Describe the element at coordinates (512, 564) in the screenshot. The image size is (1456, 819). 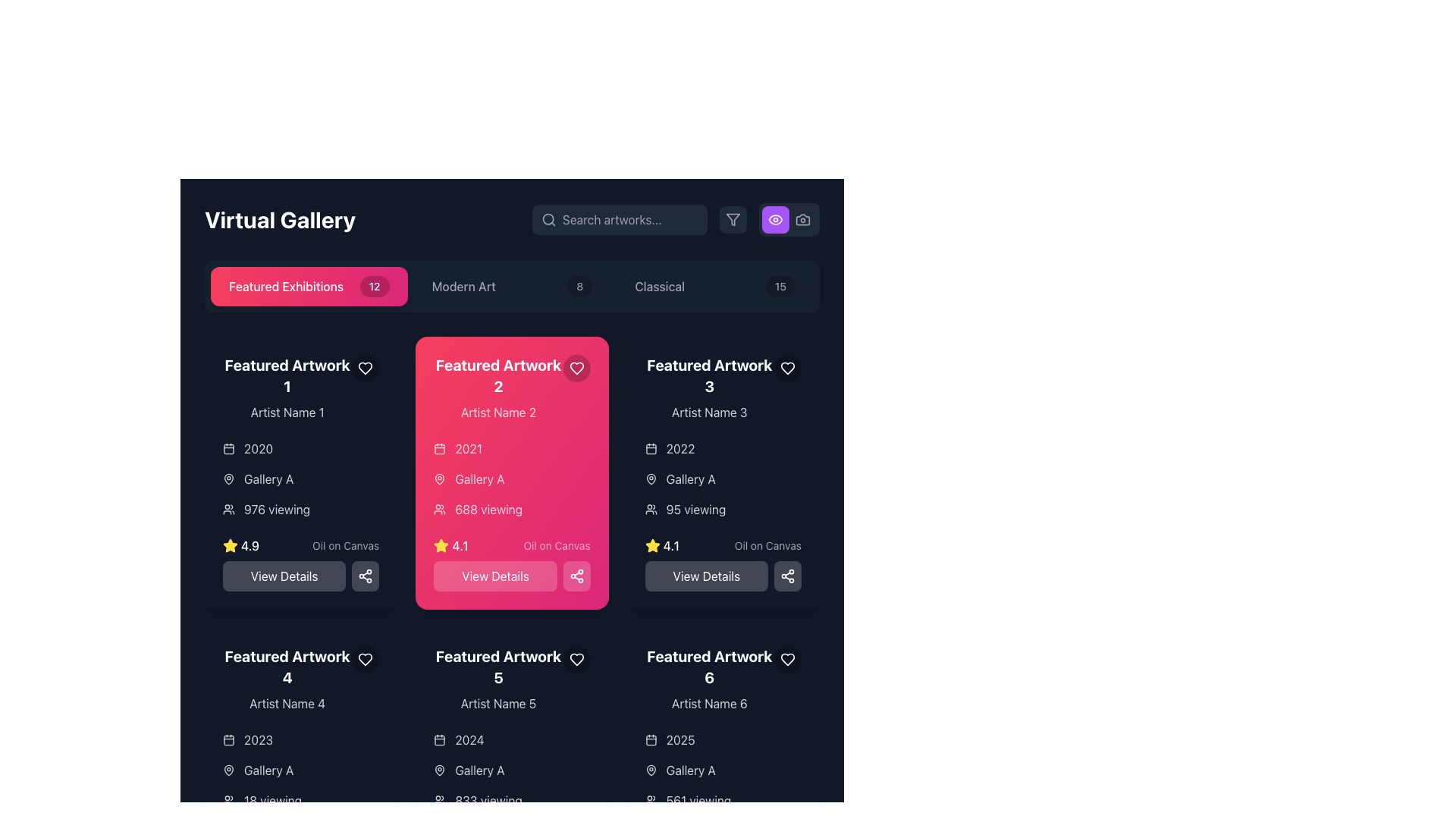
I see `the button located at the bottom section of the card titled 'Featured Artwork 2'` at that location.